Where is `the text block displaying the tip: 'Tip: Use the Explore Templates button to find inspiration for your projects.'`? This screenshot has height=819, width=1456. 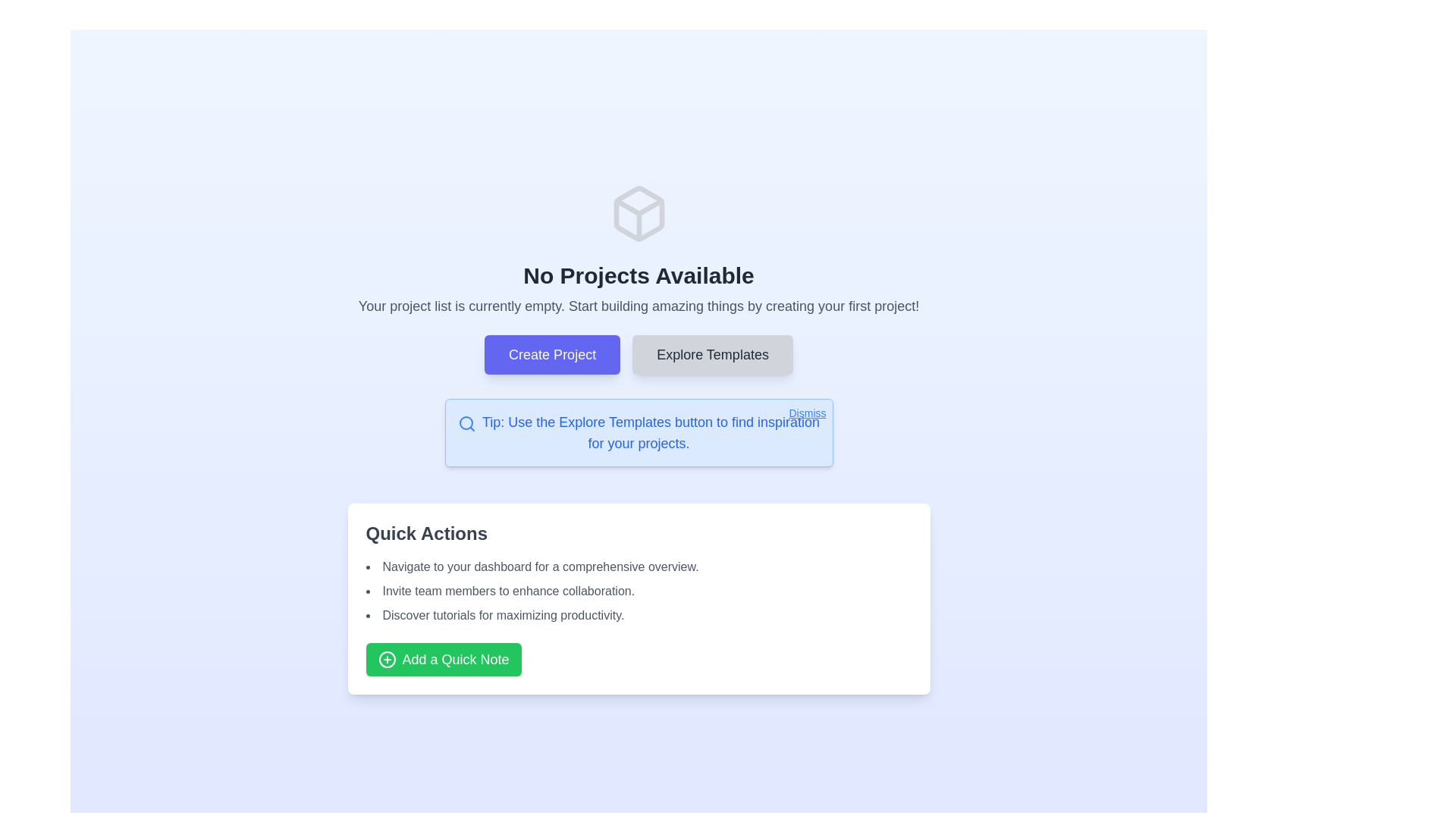 the text block displaying the tip: 'Tip: Use the Explore Templates button to find inspiration for your projects.' is located at coordinates (651, 432).